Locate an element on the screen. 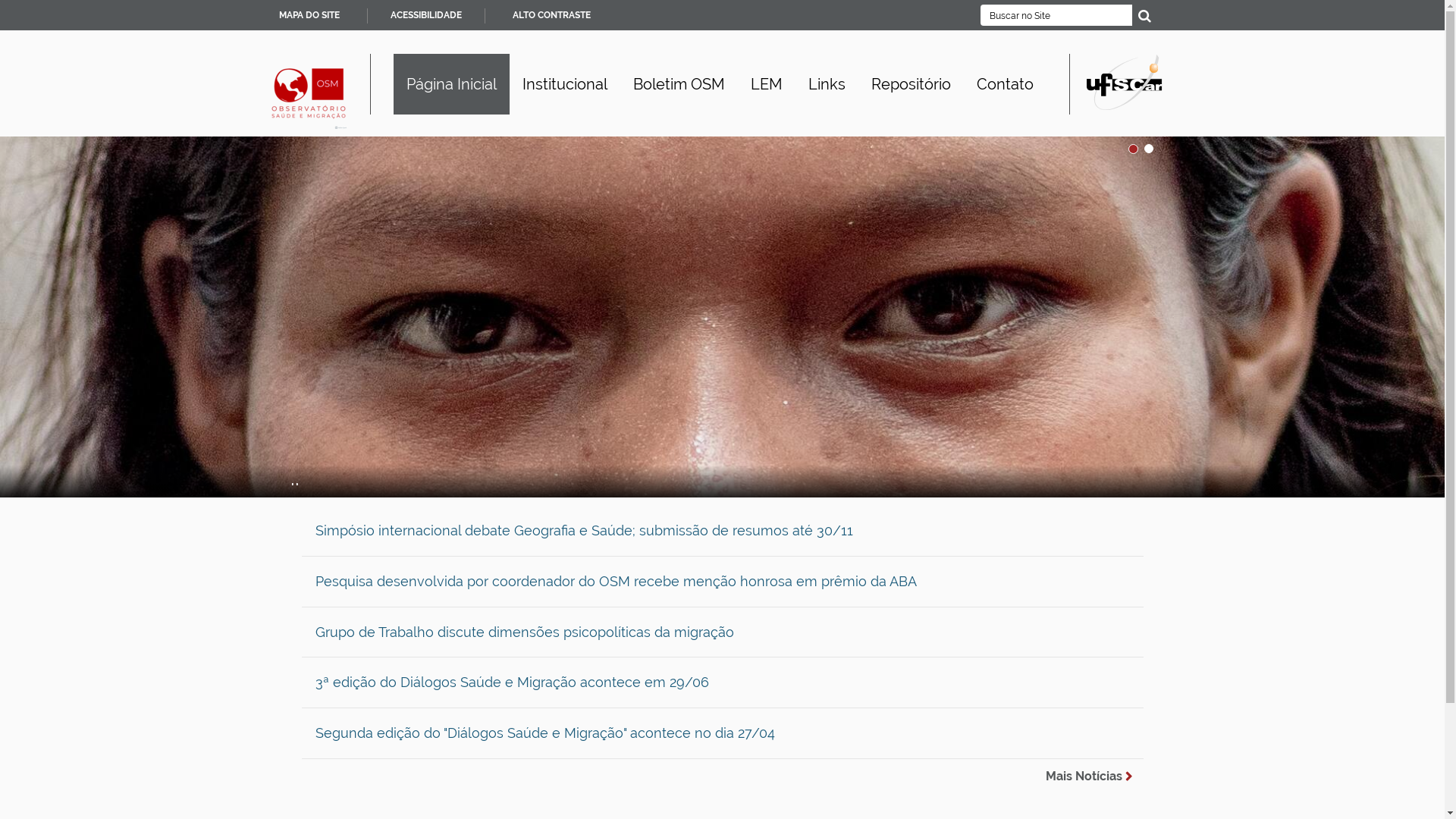  'Boletim OSM' is located at coordinates (620, 84).